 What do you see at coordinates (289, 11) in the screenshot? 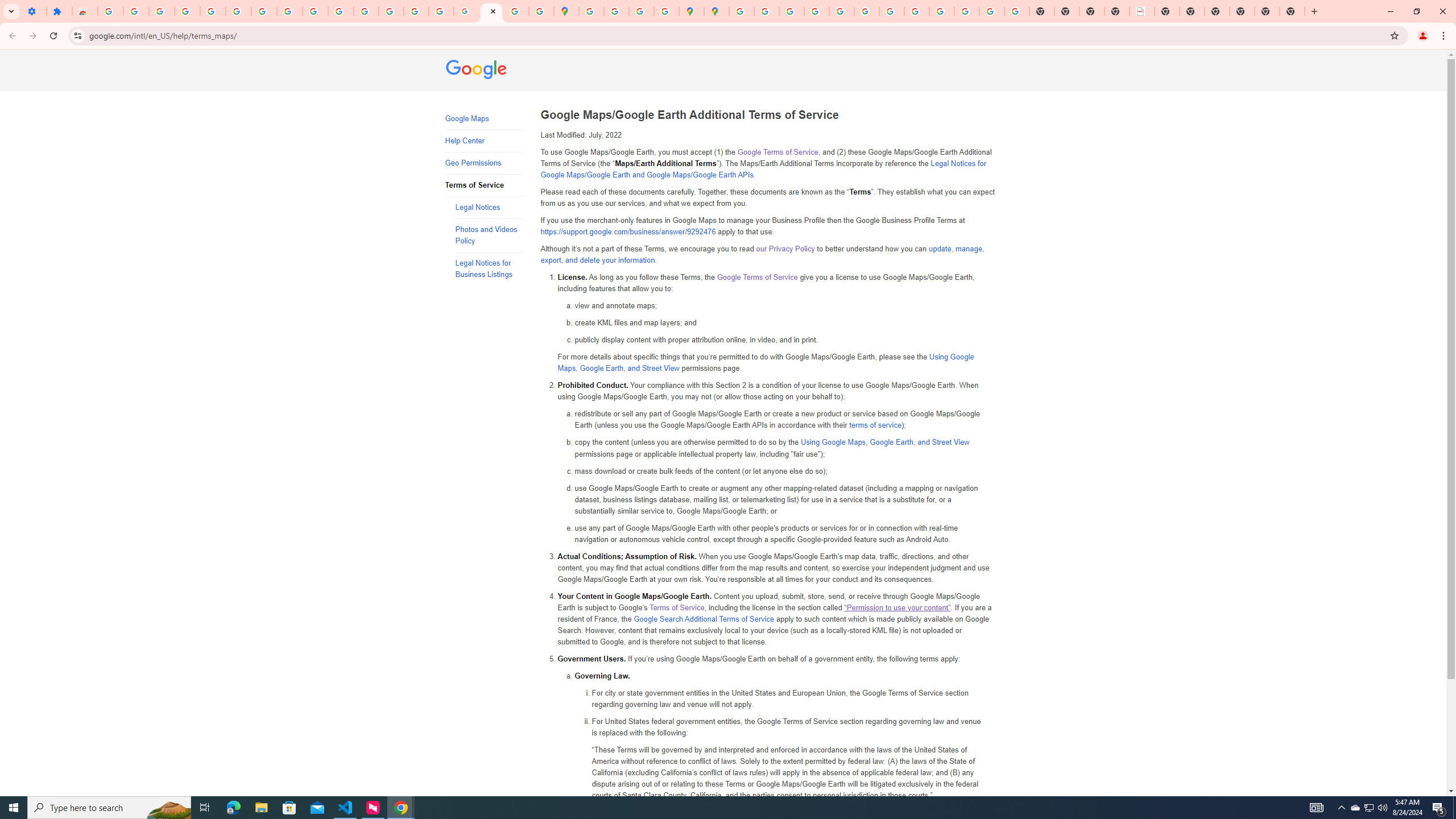
I see `'Google Account'` at bounding box center [289, 11].